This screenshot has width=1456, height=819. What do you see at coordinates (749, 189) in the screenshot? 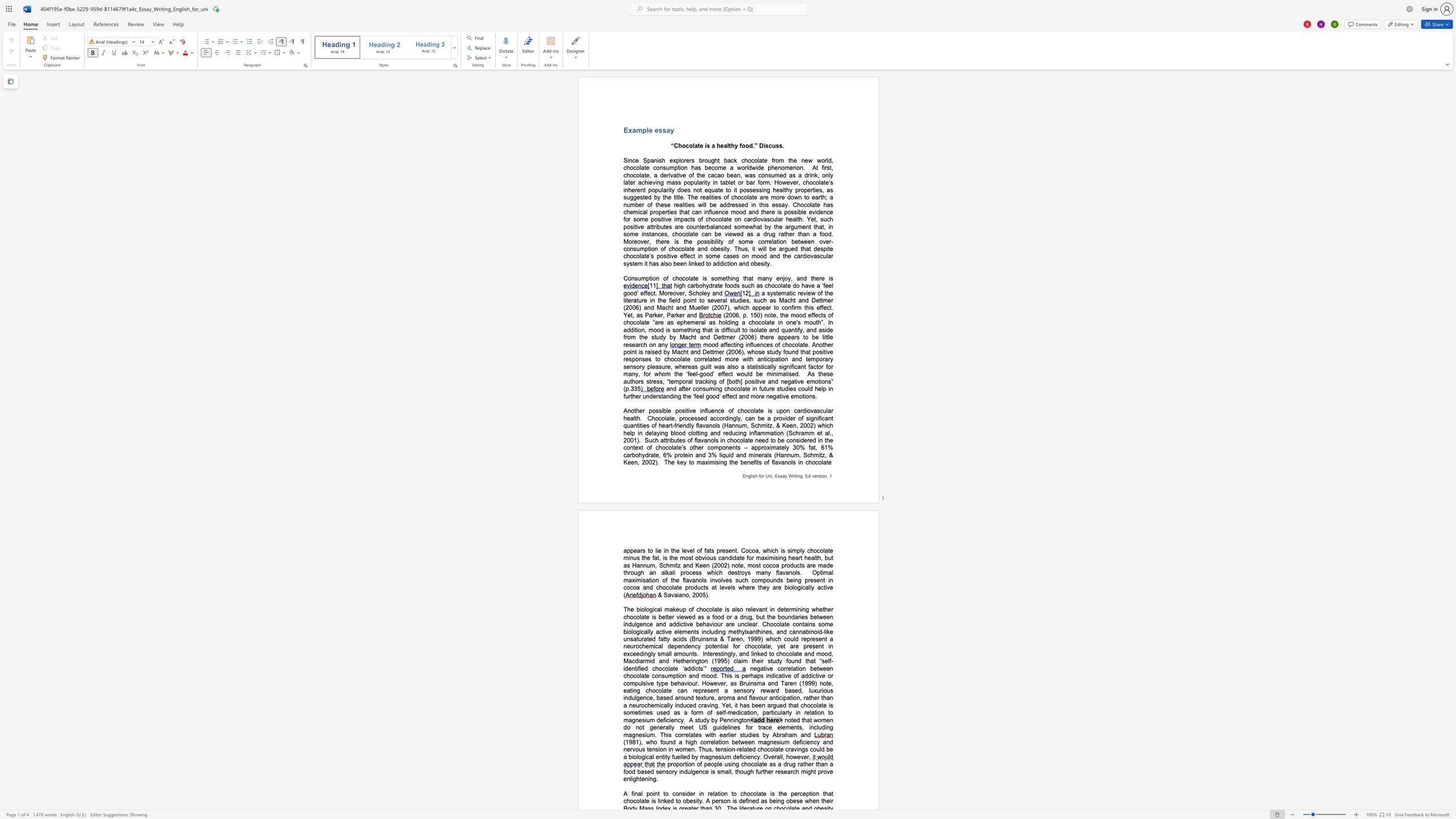
I see `the subset text "sessin" within the text "possessing"` at bounding box center [749, 189].